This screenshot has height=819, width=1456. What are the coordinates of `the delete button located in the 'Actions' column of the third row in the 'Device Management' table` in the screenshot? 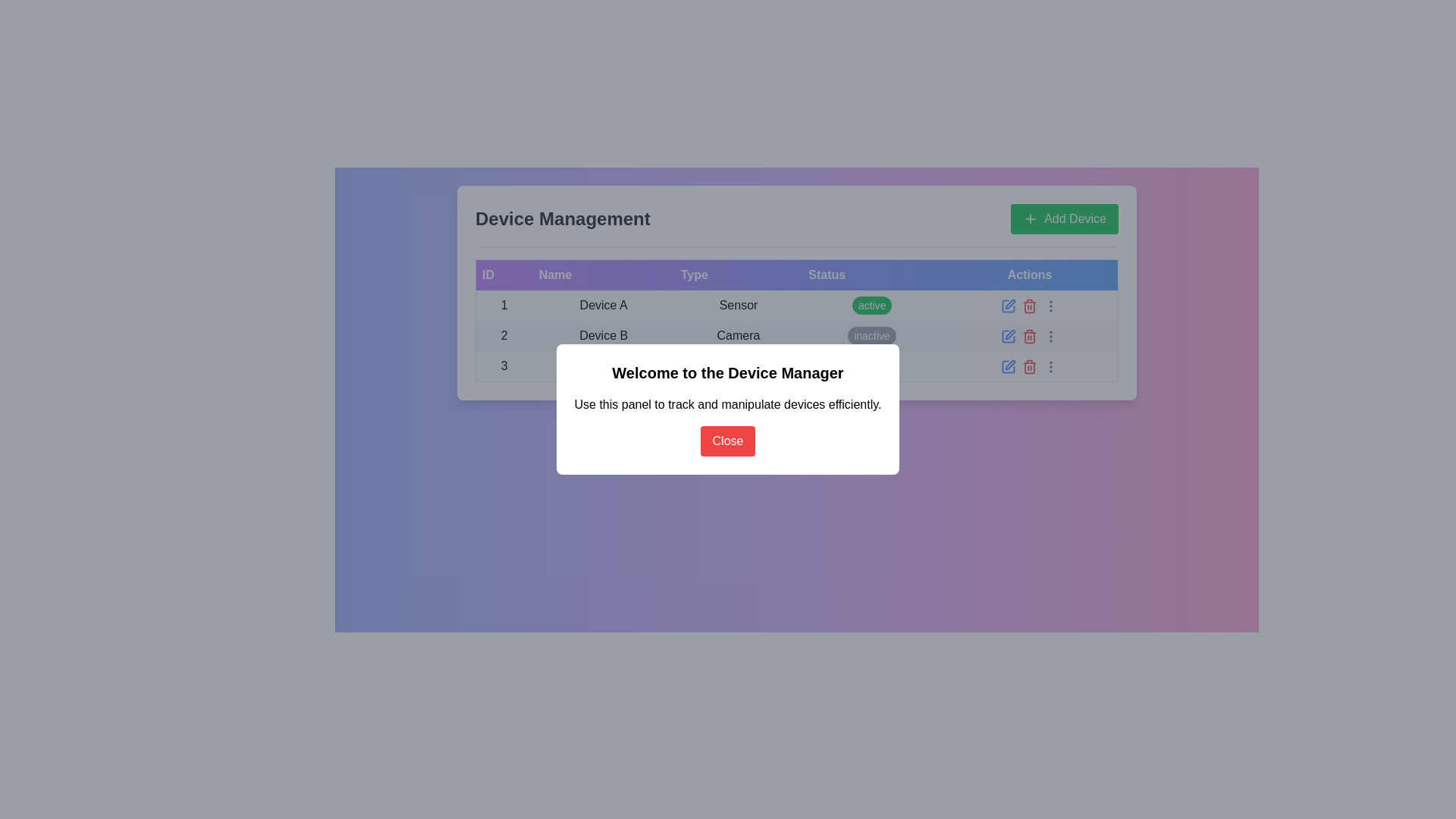 It's located at (1030, 366).